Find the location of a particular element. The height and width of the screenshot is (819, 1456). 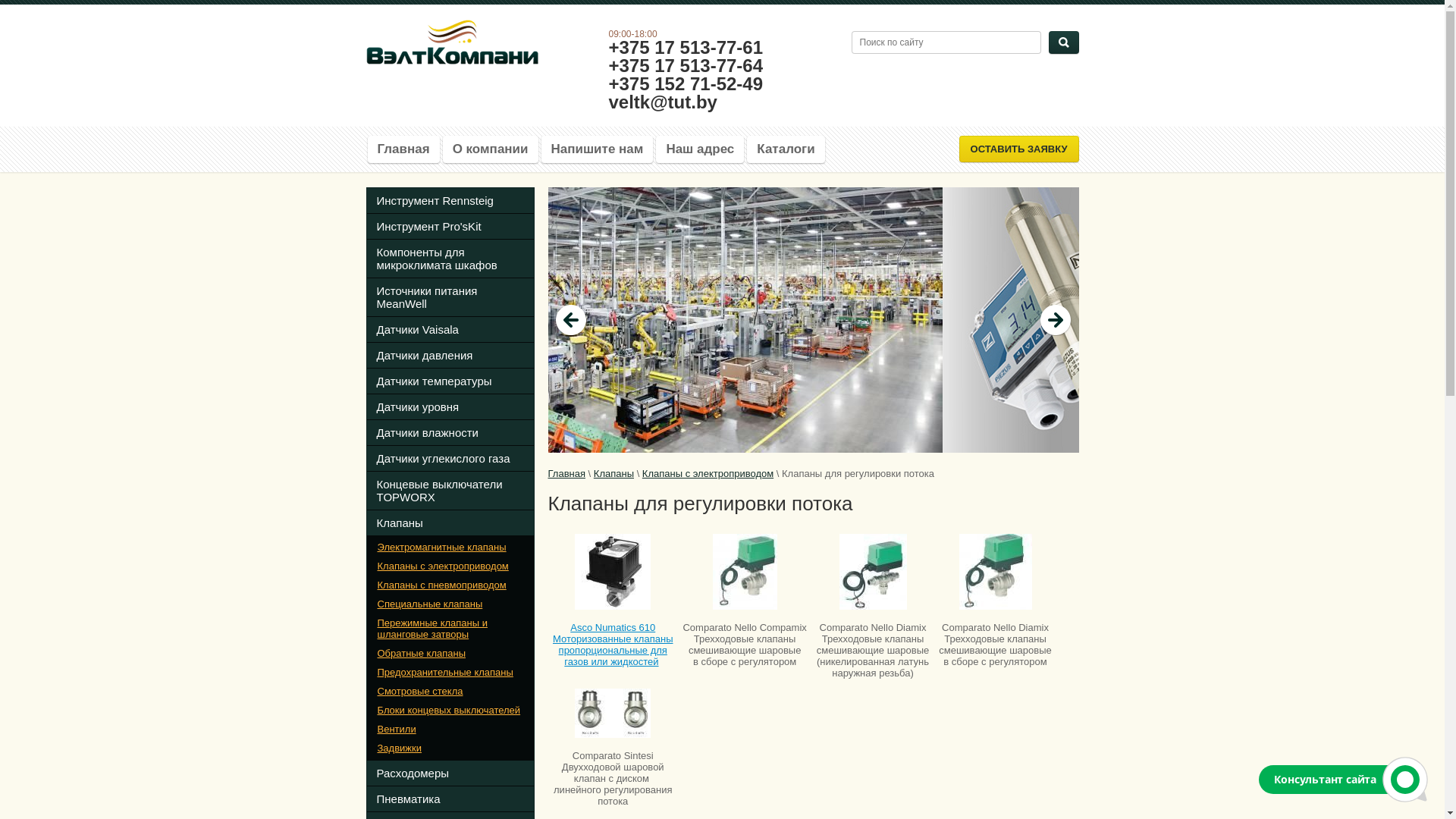

'+375 17 513-77-61' is located at coordinates (607, 46).